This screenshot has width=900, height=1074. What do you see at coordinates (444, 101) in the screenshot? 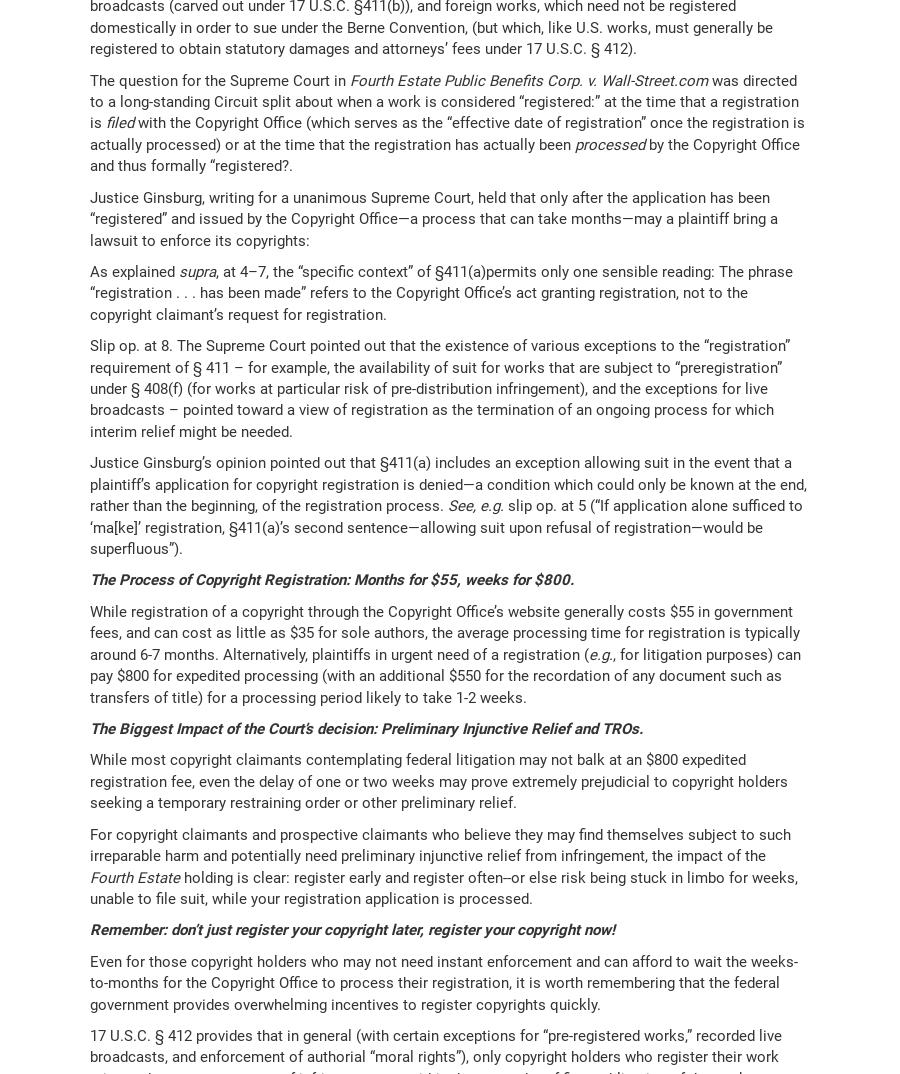
I see `'was directed to a long-standing Circuit split about when a work is considered “registered:” at the time that a registration is'` at bounding box center [444, 101].